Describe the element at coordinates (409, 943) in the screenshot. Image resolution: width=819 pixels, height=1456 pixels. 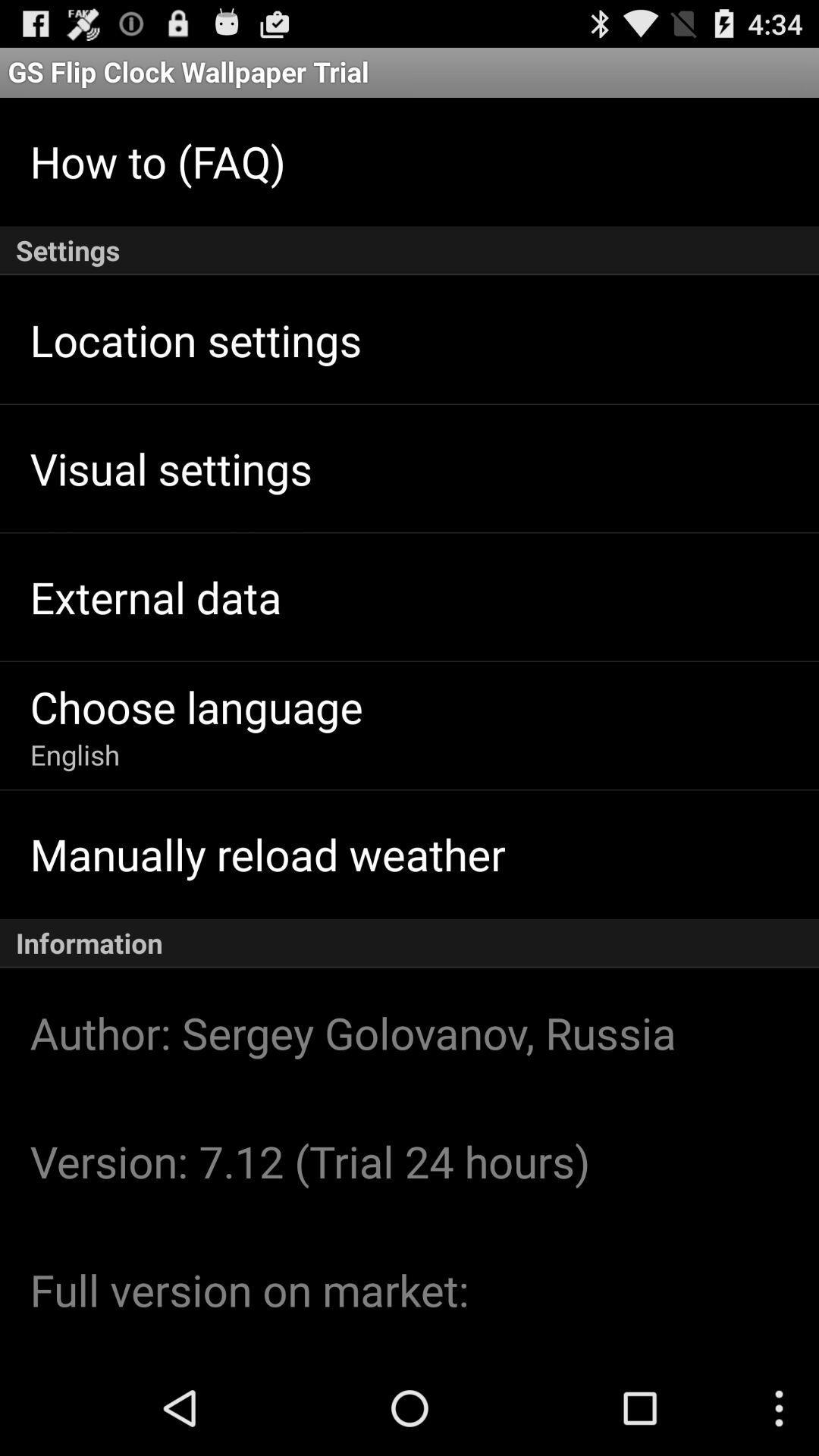
I see `information app` at that location.